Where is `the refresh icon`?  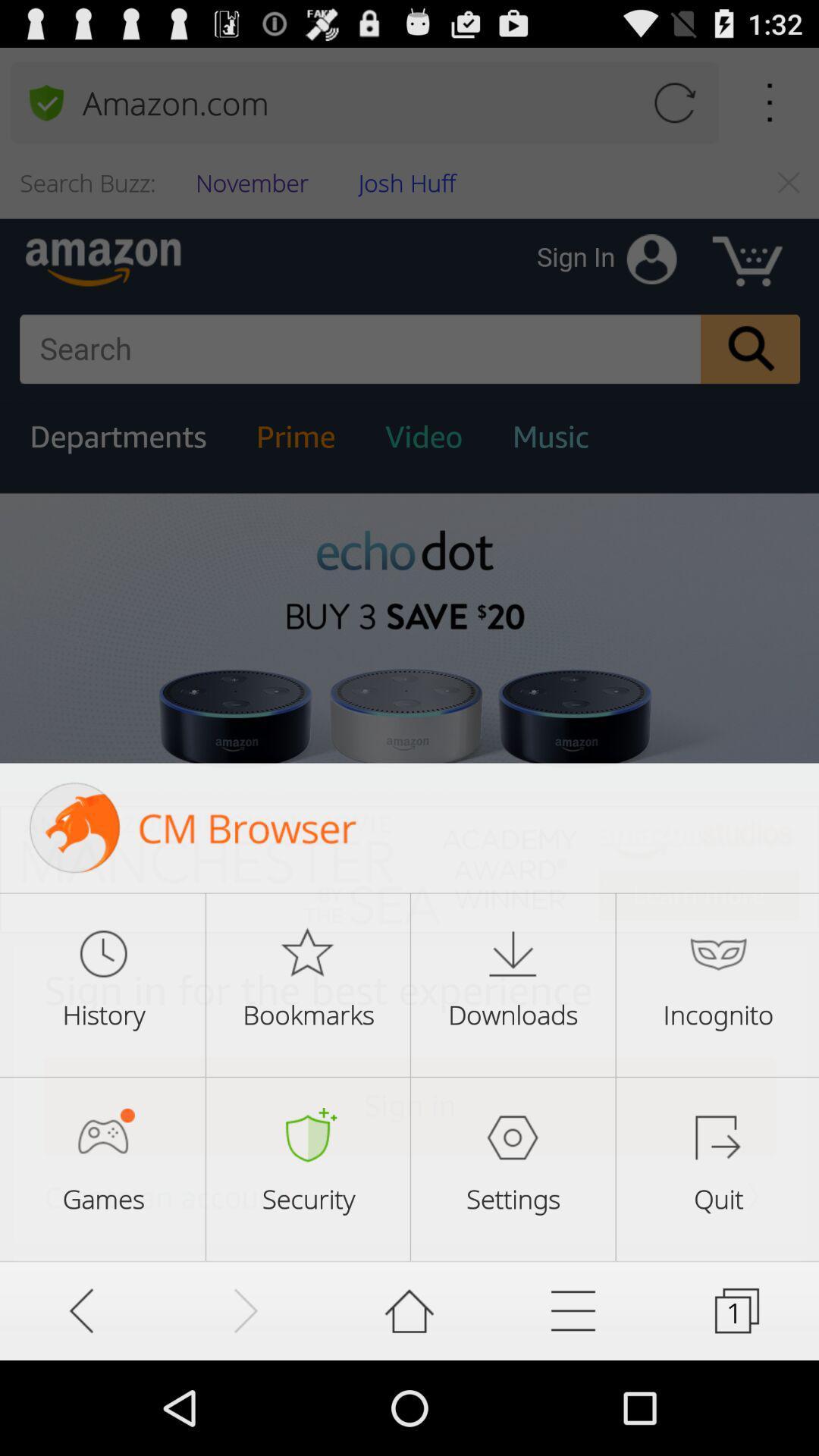
the refresh icon is located at coordinates (673, 109).